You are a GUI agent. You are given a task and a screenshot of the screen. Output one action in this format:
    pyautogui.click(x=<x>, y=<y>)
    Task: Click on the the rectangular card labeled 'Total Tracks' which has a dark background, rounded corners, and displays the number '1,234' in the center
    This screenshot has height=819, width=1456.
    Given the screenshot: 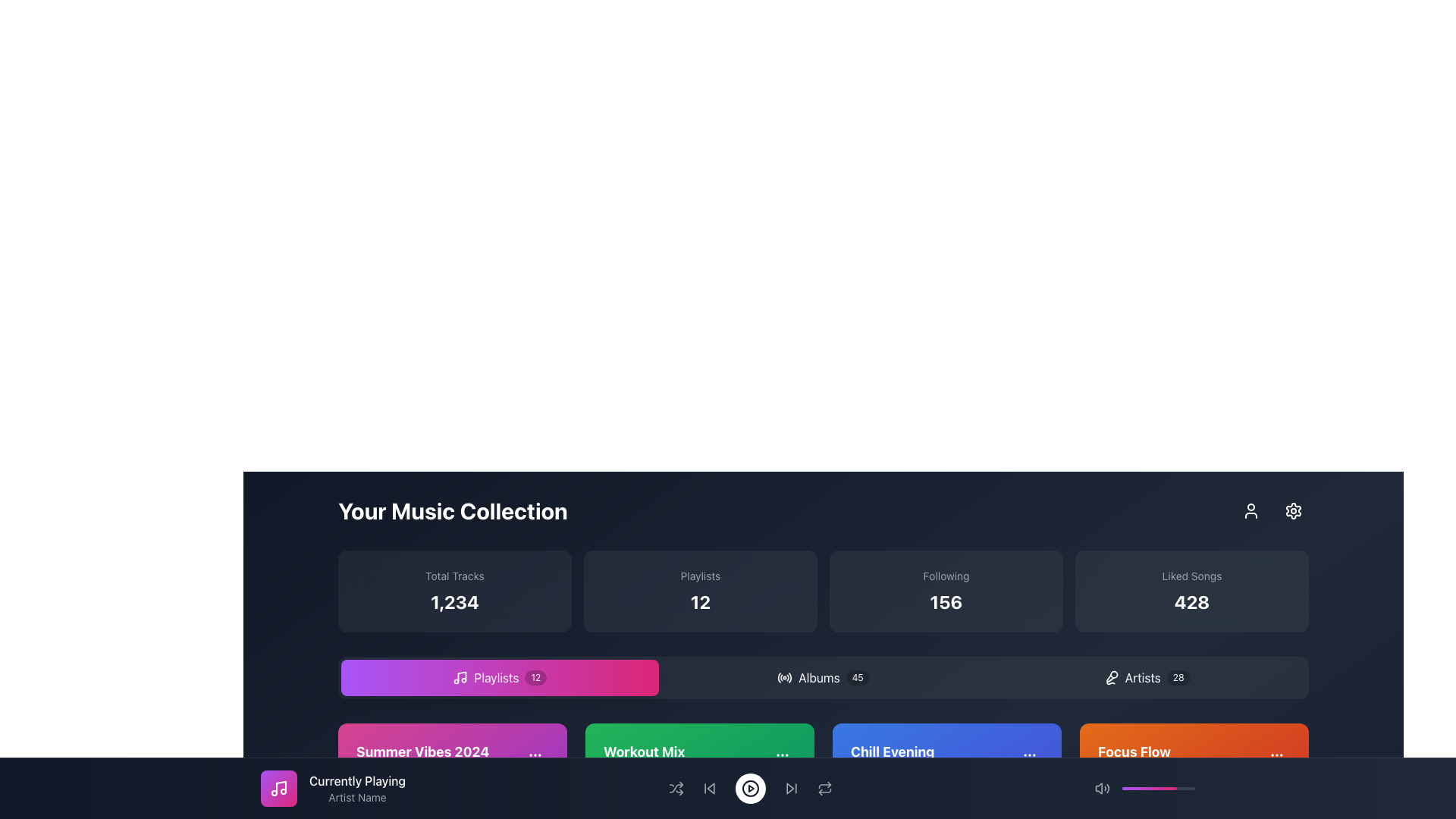 What is the action you would take?
    pyautogui.click(x=454, y=590)
    